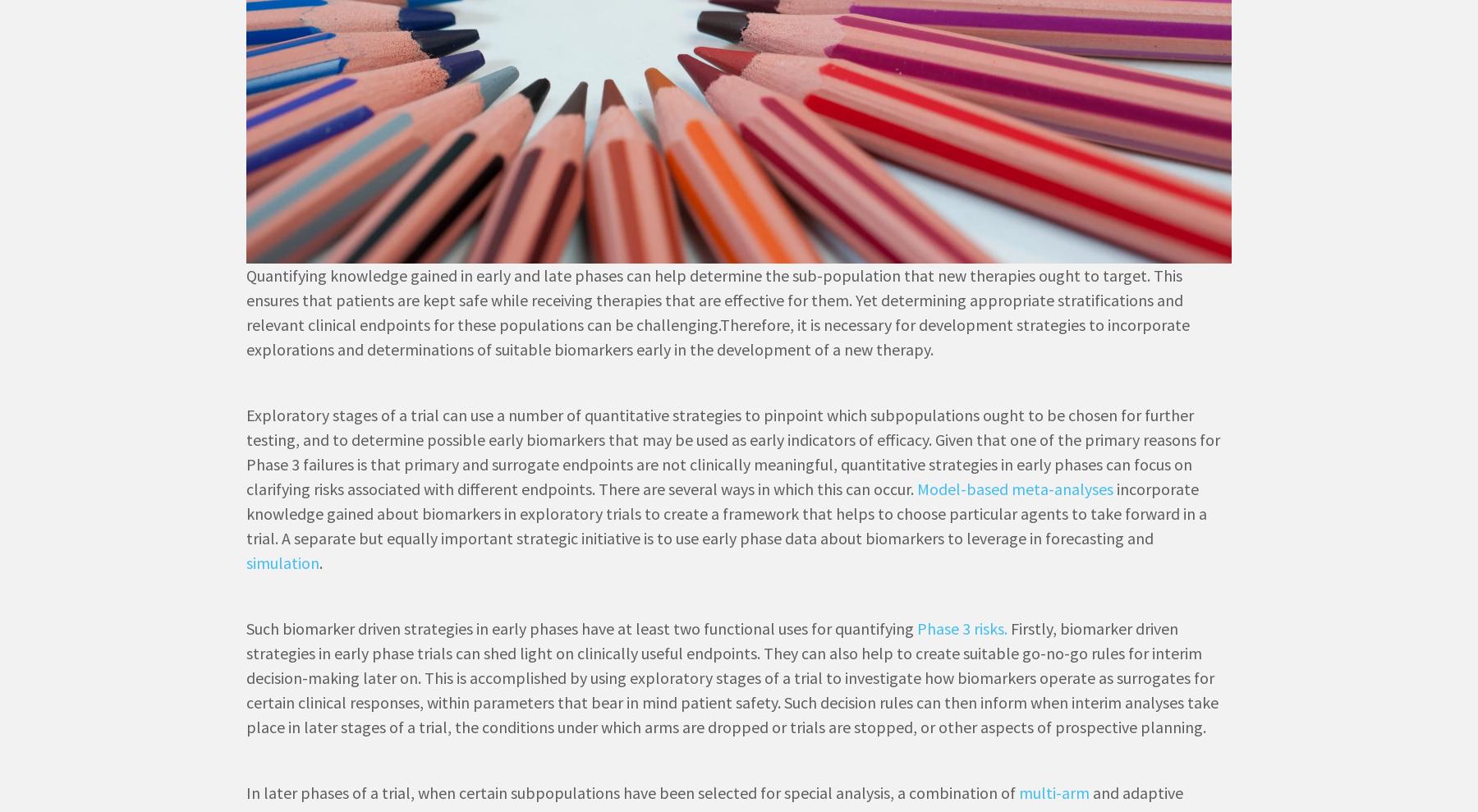 This screenshot has height=812, width=1478. Describe the element at coordinates (1014, 488) in the screenshot. I see `'Model-based meta-analyses'` at that location.